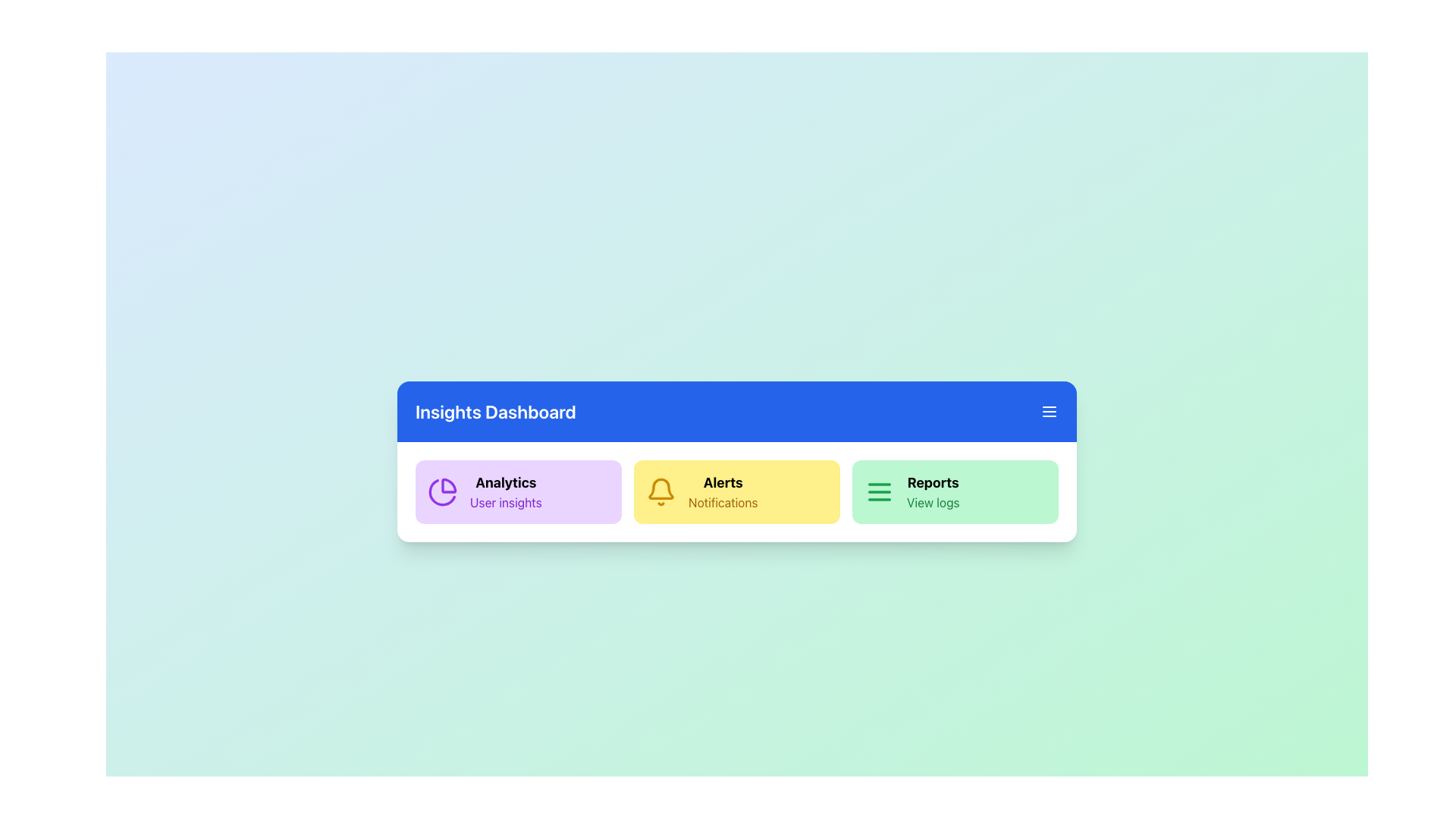 The image size is (1456, 819). I want to click on the second button in the horizontally aligned widgets, which provides access to notifications and alerts in the system, so click(736, 491).